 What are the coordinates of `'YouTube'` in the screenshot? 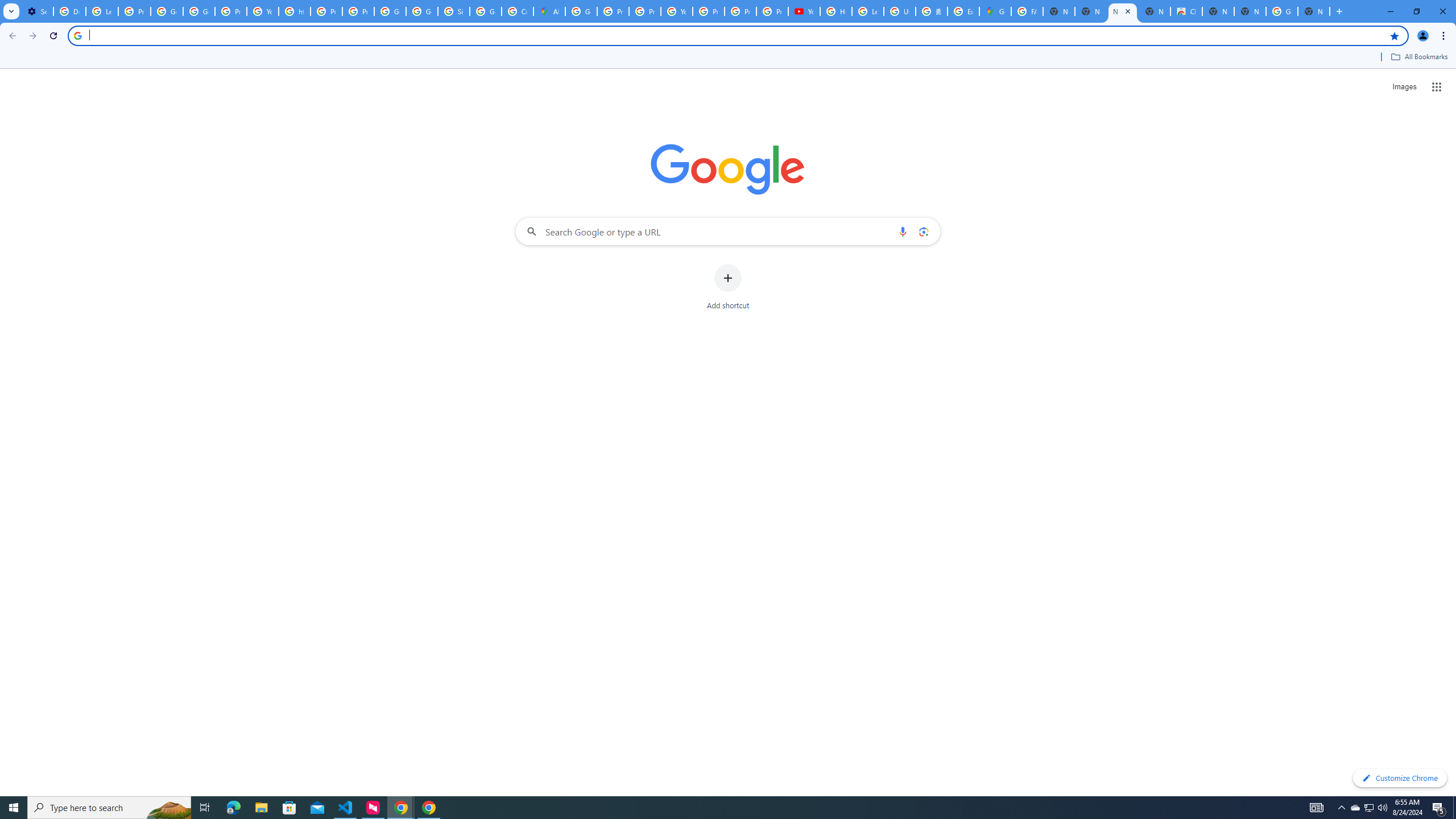 It's located at (262, 11).